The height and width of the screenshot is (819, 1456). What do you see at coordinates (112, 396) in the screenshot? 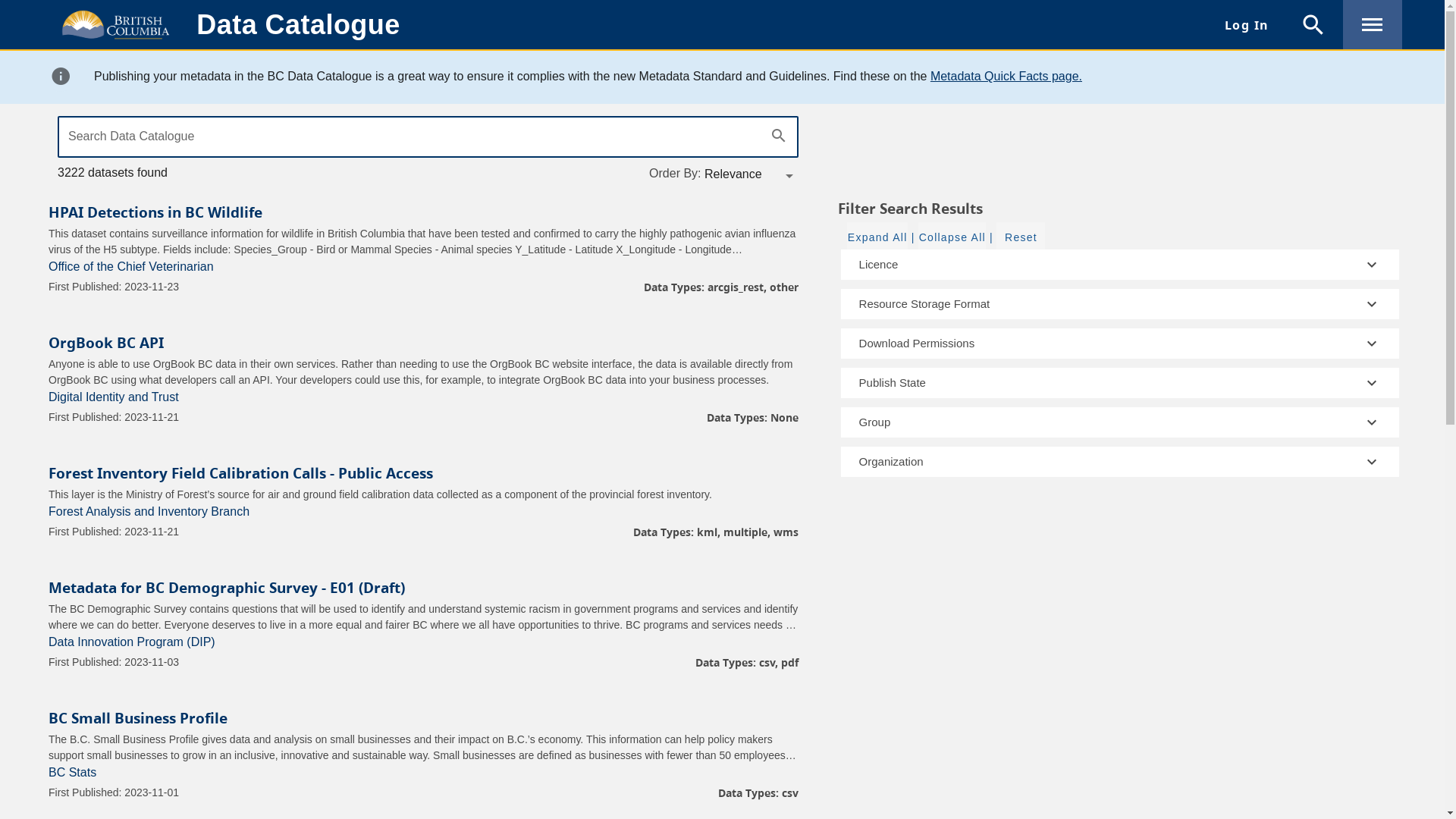
I see `'Digital Identity and Trust'` at bounding box center [112, 396].